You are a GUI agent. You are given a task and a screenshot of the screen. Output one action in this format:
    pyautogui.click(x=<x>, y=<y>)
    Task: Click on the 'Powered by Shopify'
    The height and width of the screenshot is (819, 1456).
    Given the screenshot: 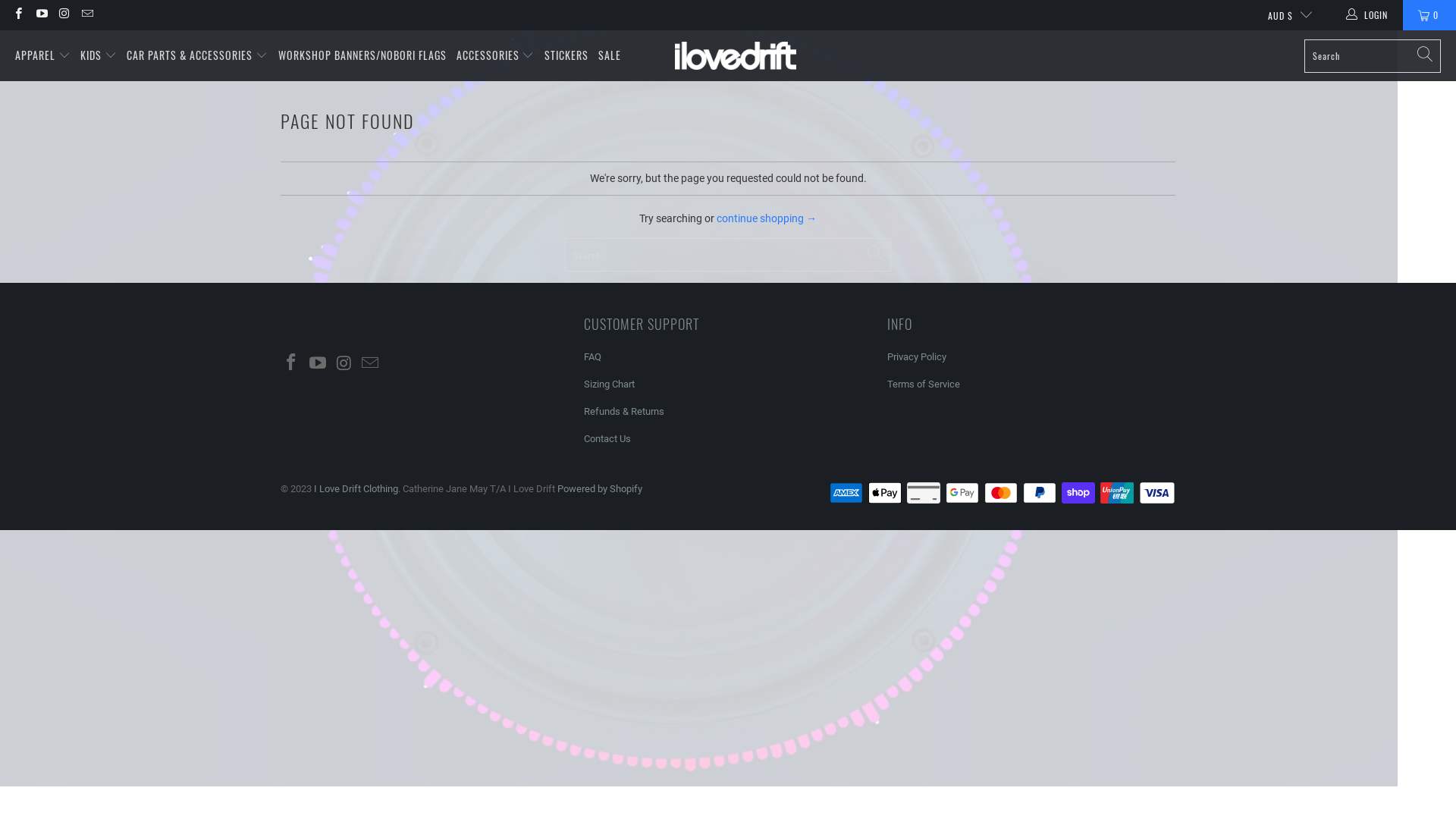 What is the action you would take?
    pyautogui.click(x=556, y=488)
    